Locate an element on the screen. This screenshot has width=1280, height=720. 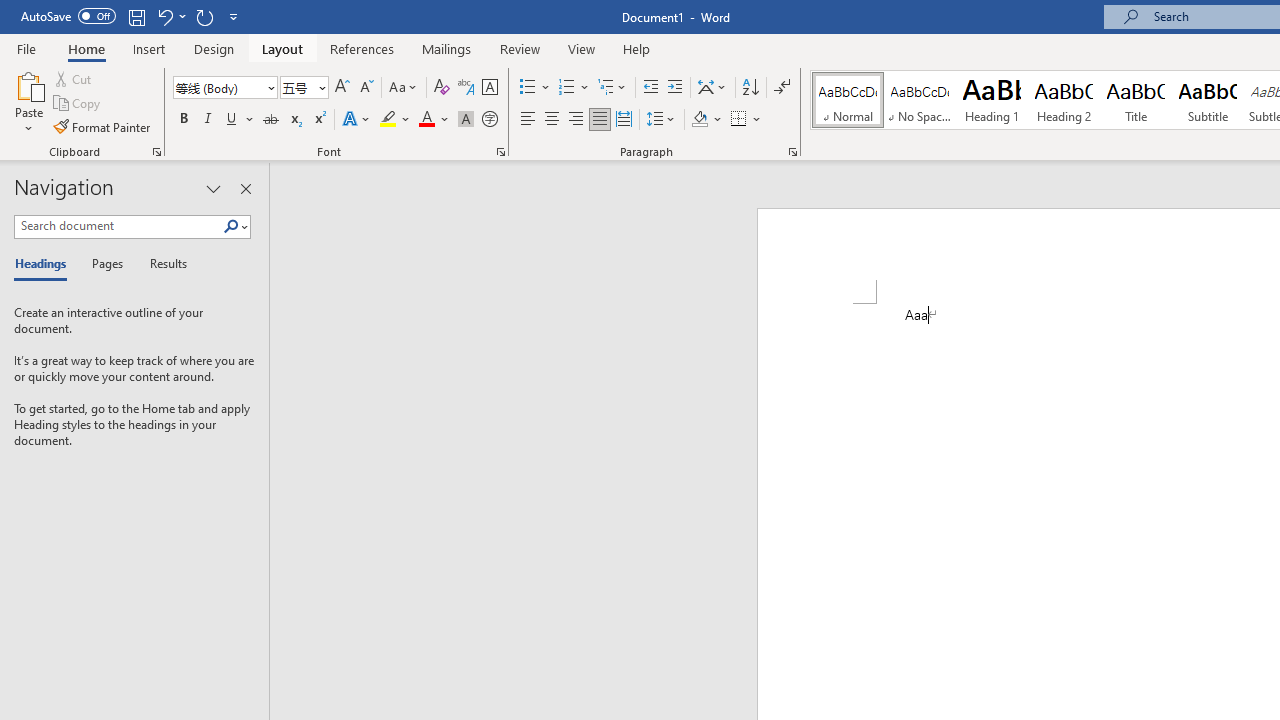
'Decrease Indent' is located at coordinates (650, 86).